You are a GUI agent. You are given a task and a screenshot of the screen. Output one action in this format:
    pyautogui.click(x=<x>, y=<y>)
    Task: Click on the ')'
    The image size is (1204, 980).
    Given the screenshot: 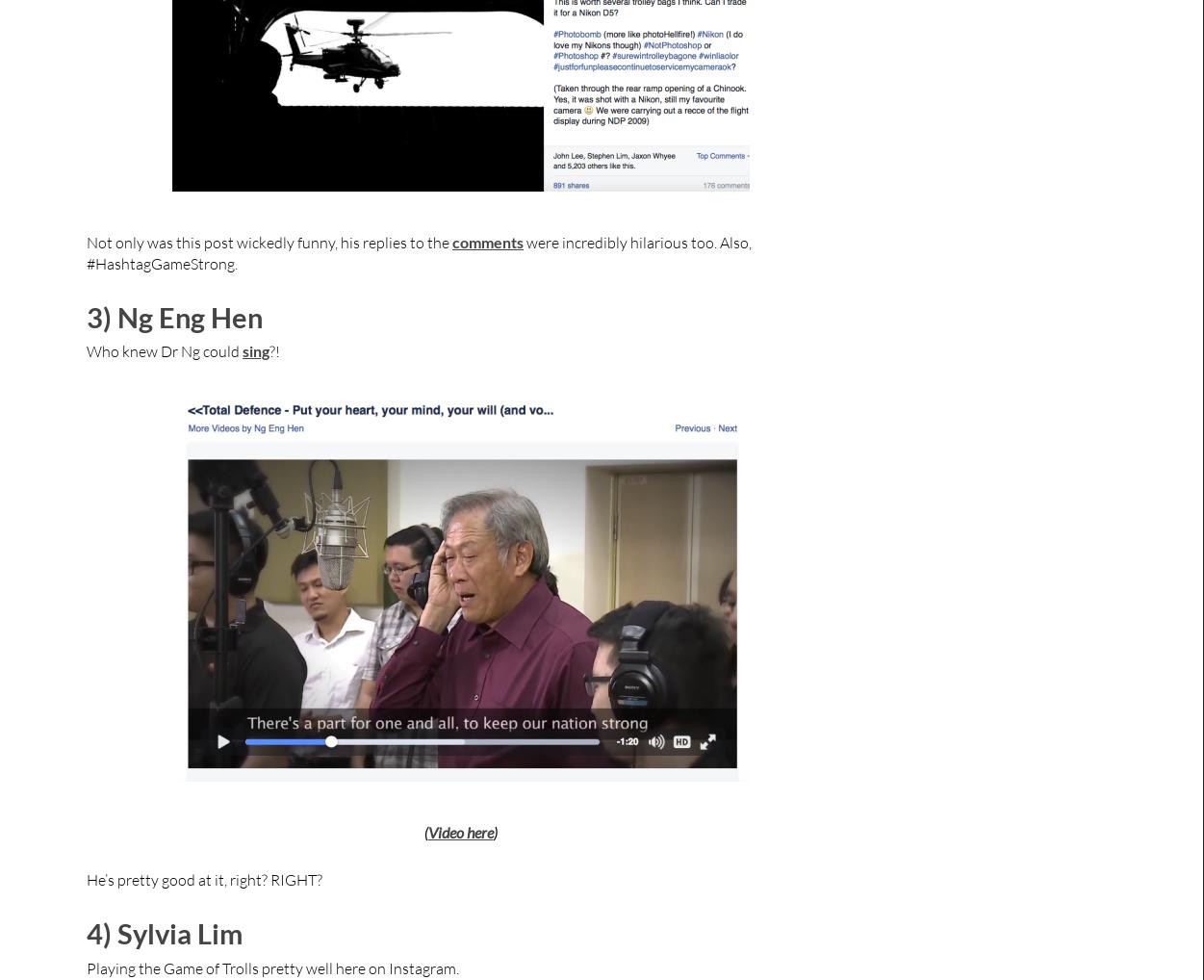 What is the action you would take?
    pyautogui.click(x=492, y=831)
    